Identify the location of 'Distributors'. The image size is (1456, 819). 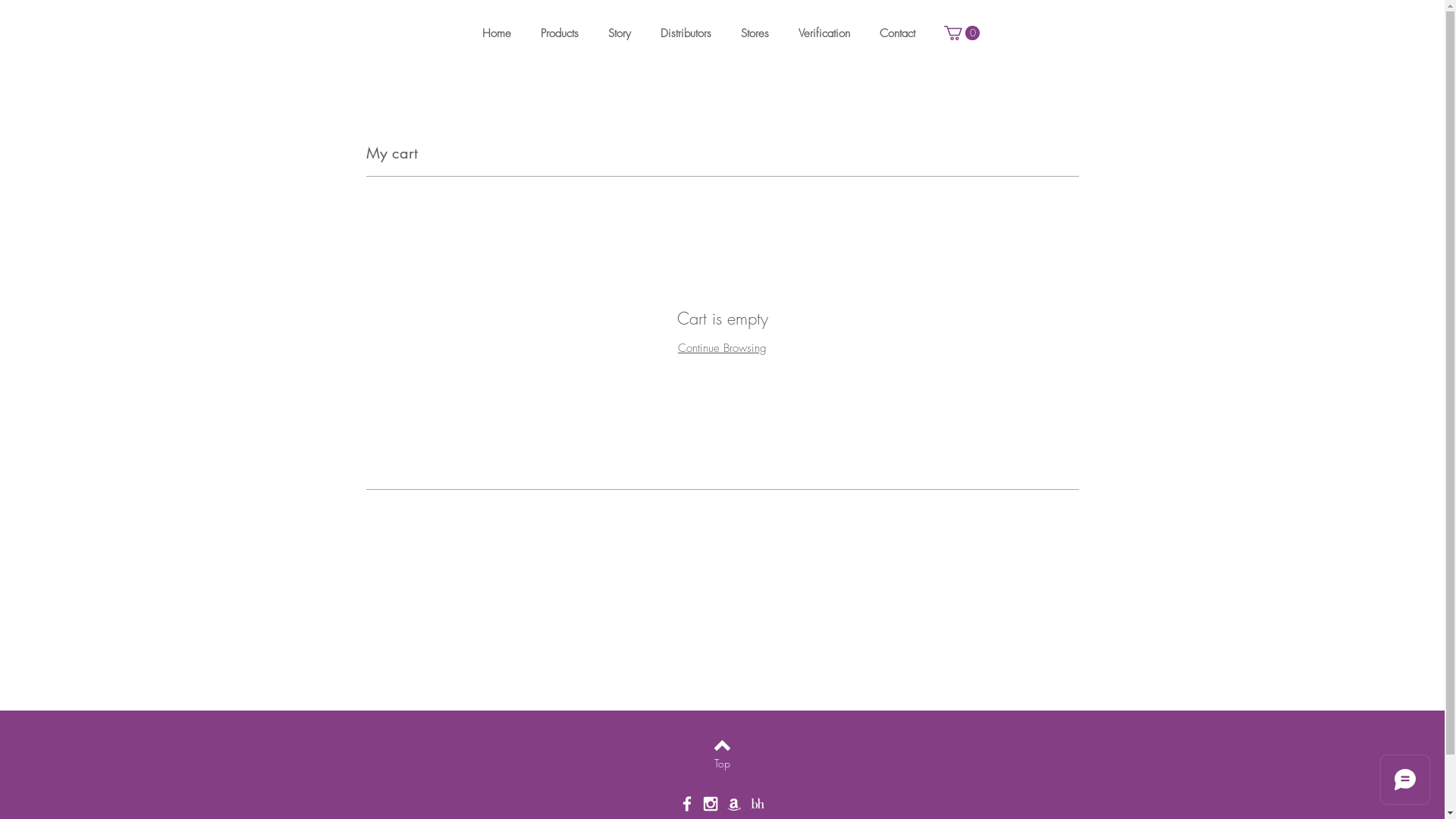
(687, 33).